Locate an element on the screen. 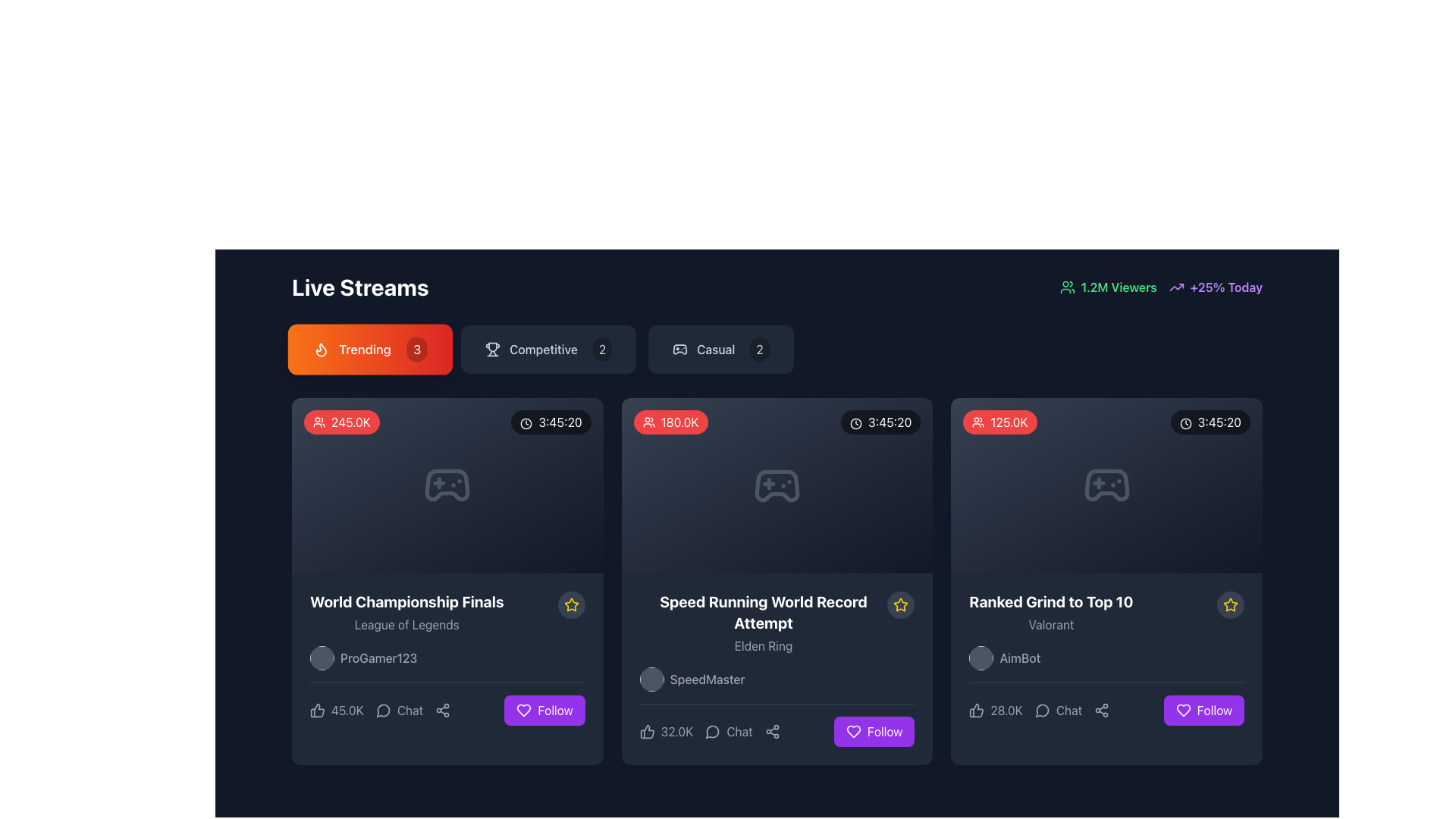 The height and width of the screenshot is (819, 1456). the SVG gamepad icon with a dark gray outline located in the first stream card beneath the 'Trending' tab is located at coordinates (447, 485).